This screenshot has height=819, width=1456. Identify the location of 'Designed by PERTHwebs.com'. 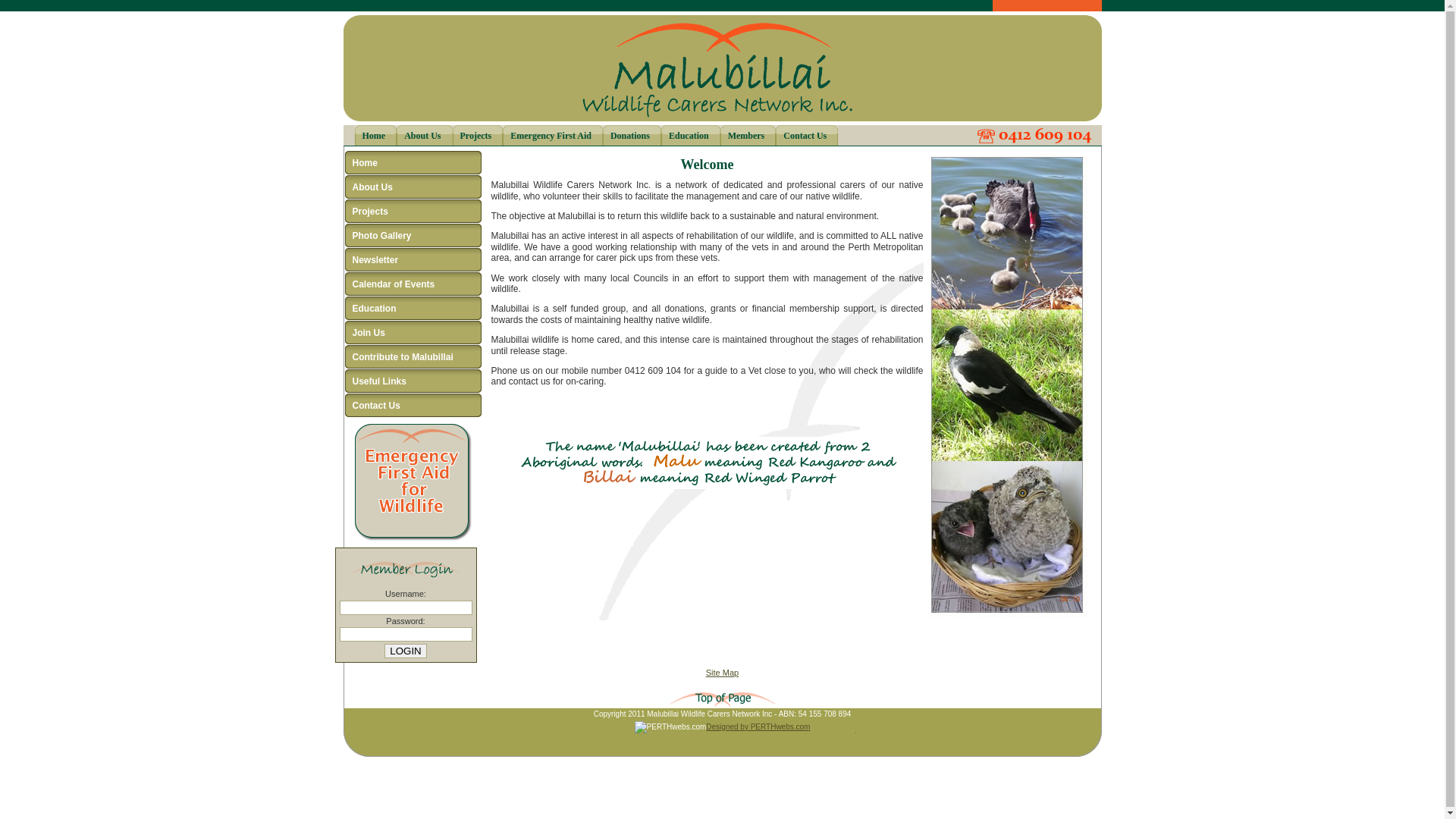
(758, 725).